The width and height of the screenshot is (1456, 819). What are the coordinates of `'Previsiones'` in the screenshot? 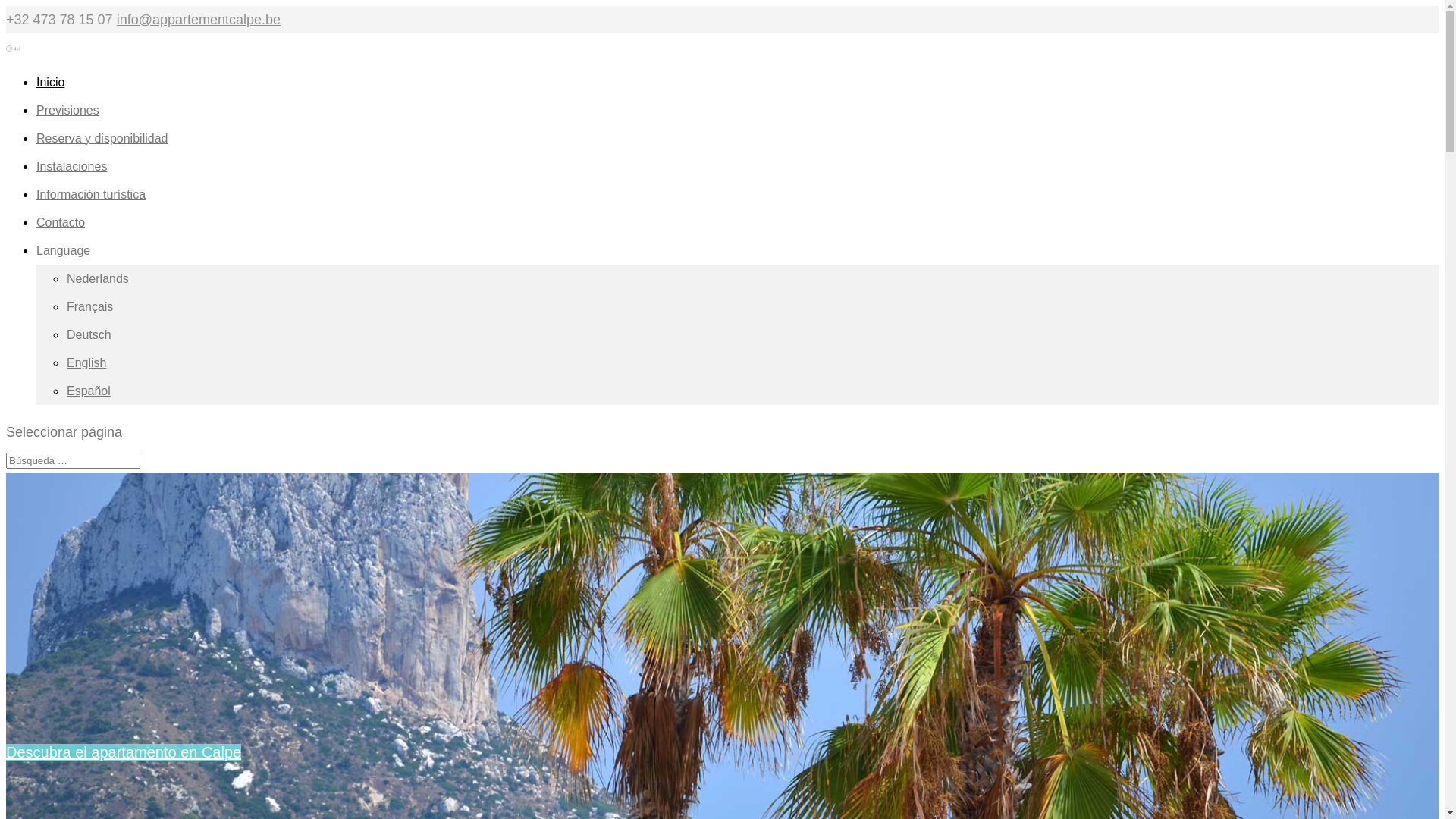 It's located at (67, 120).